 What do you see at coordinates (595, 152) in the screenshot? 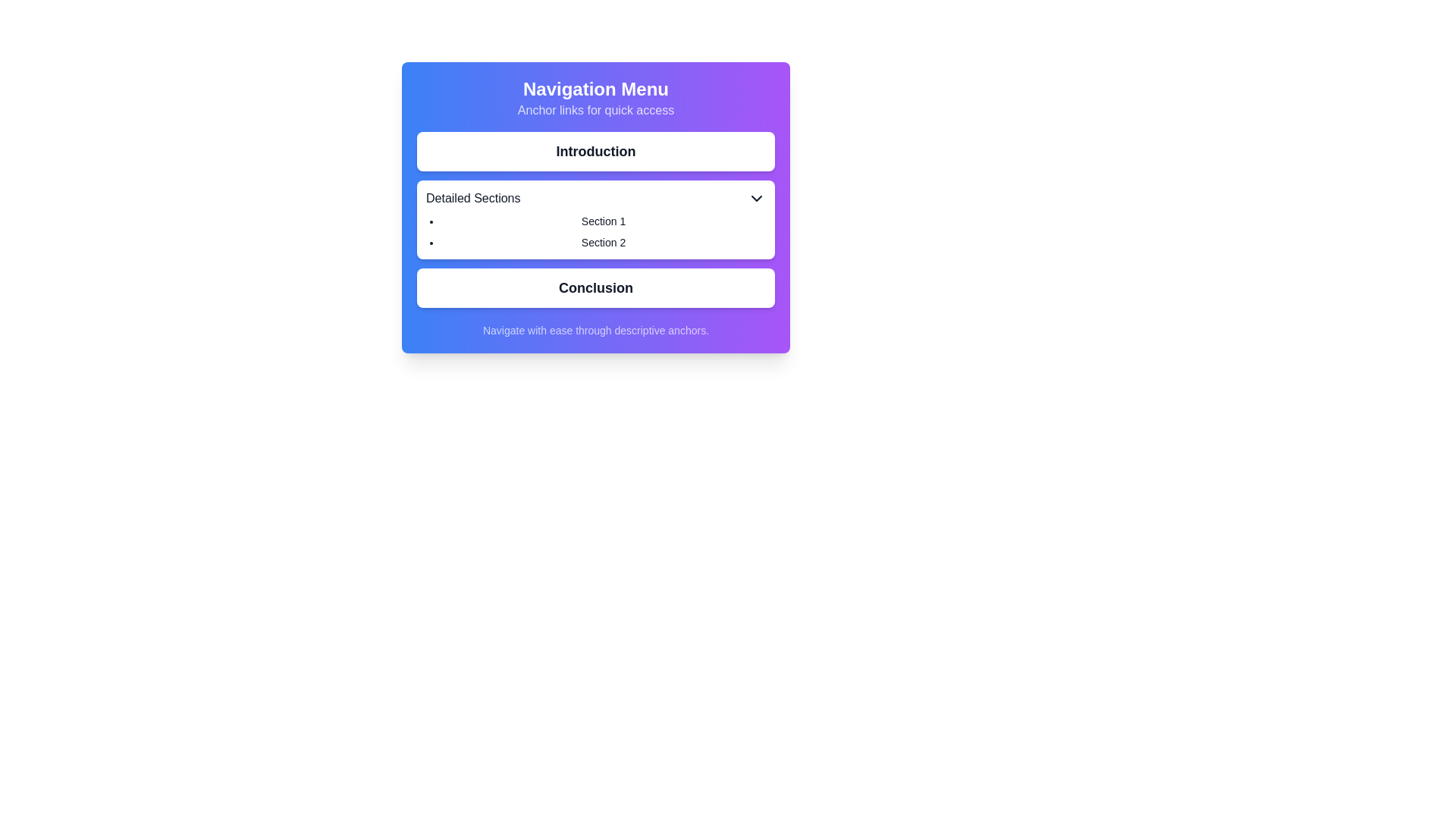
I see `the hyperlink with styled text` at bounding box center [595, 152].